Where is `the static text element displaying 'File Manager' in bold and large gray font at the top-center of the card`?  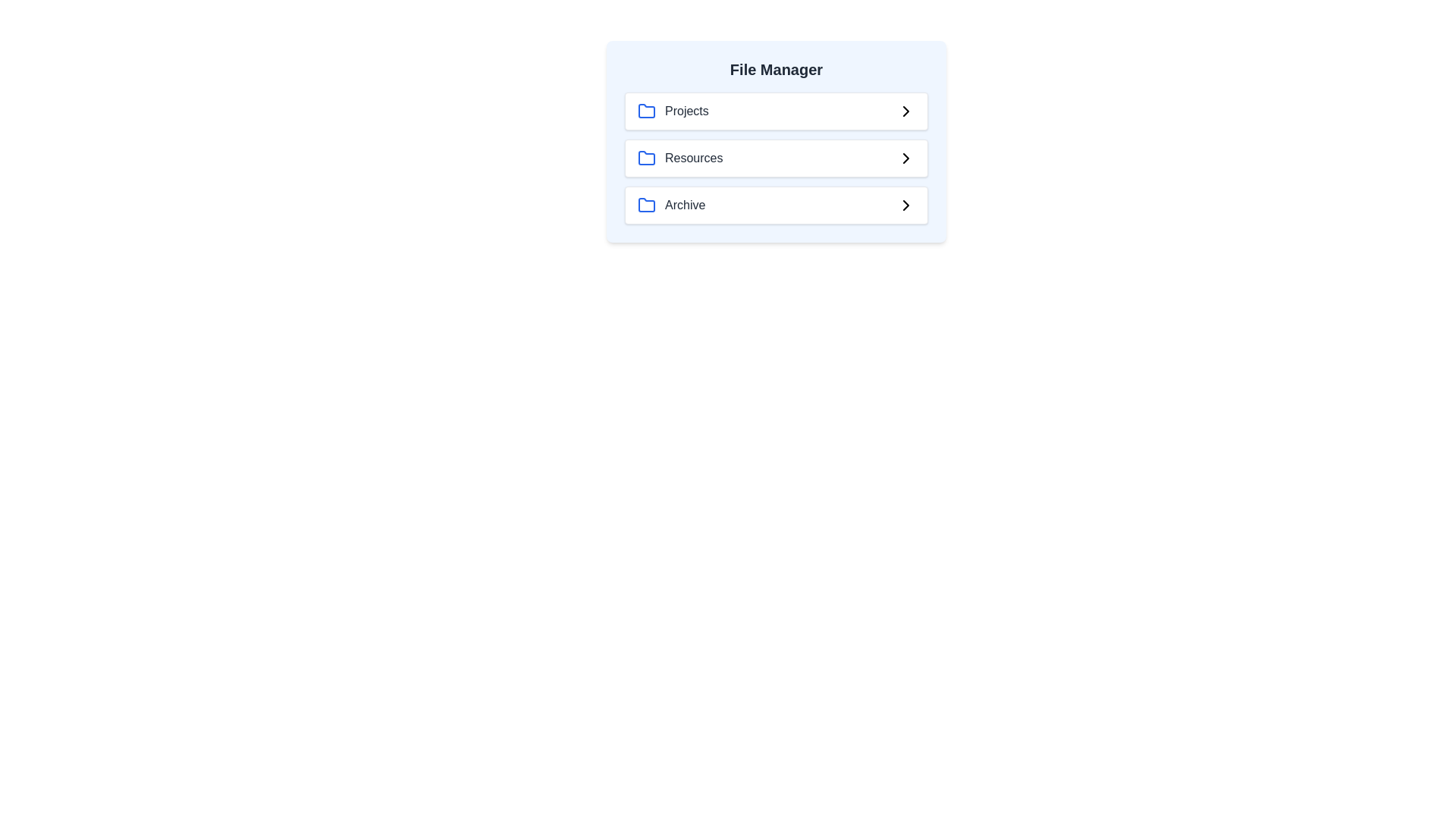 the static text element displaying 'File Manager' in bold and large gray font at the top-center of the card is located at coordinates (776, 70).